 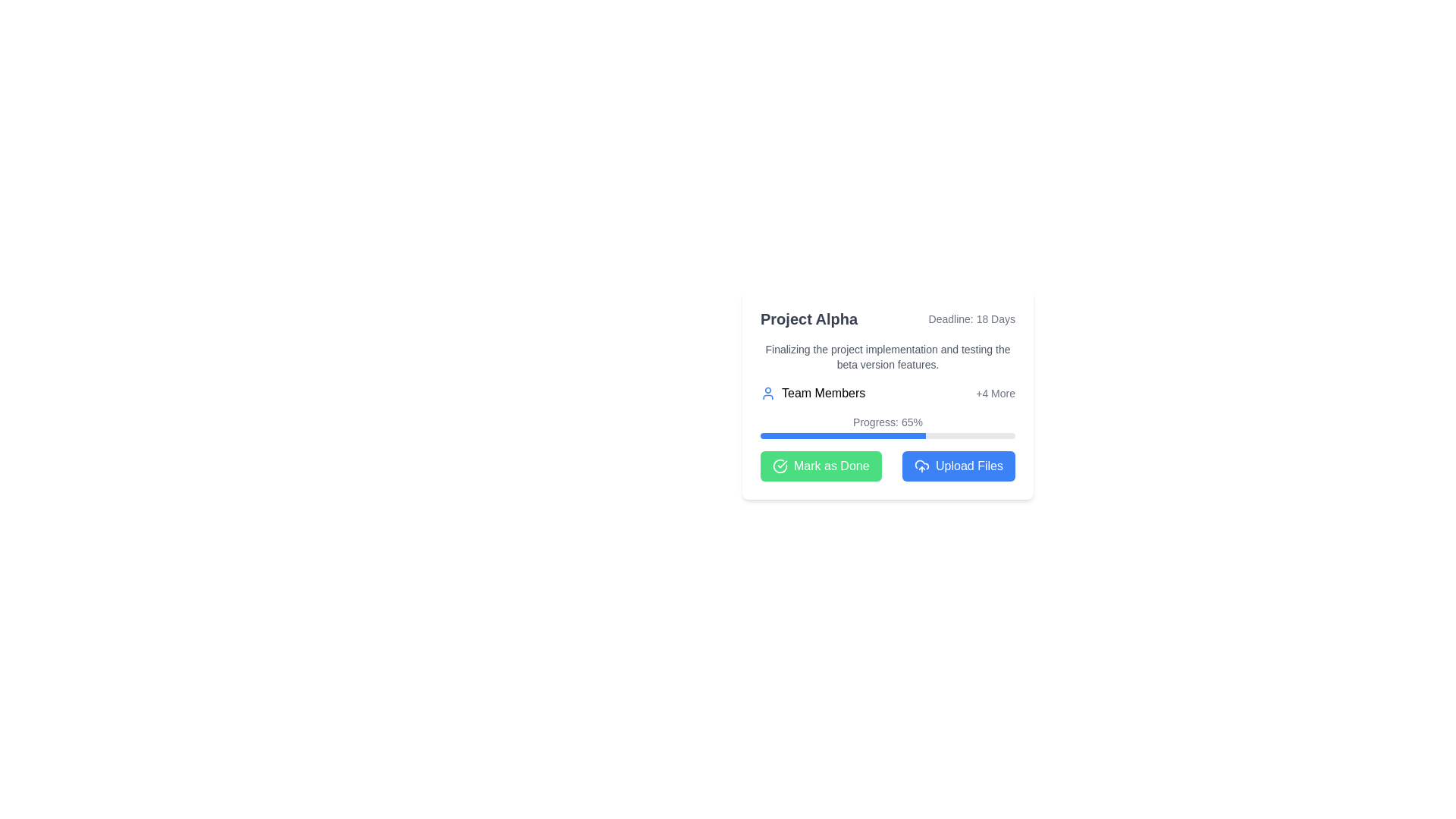 I want to click on the 'Team Members' text element, so click(x=823, y=393).